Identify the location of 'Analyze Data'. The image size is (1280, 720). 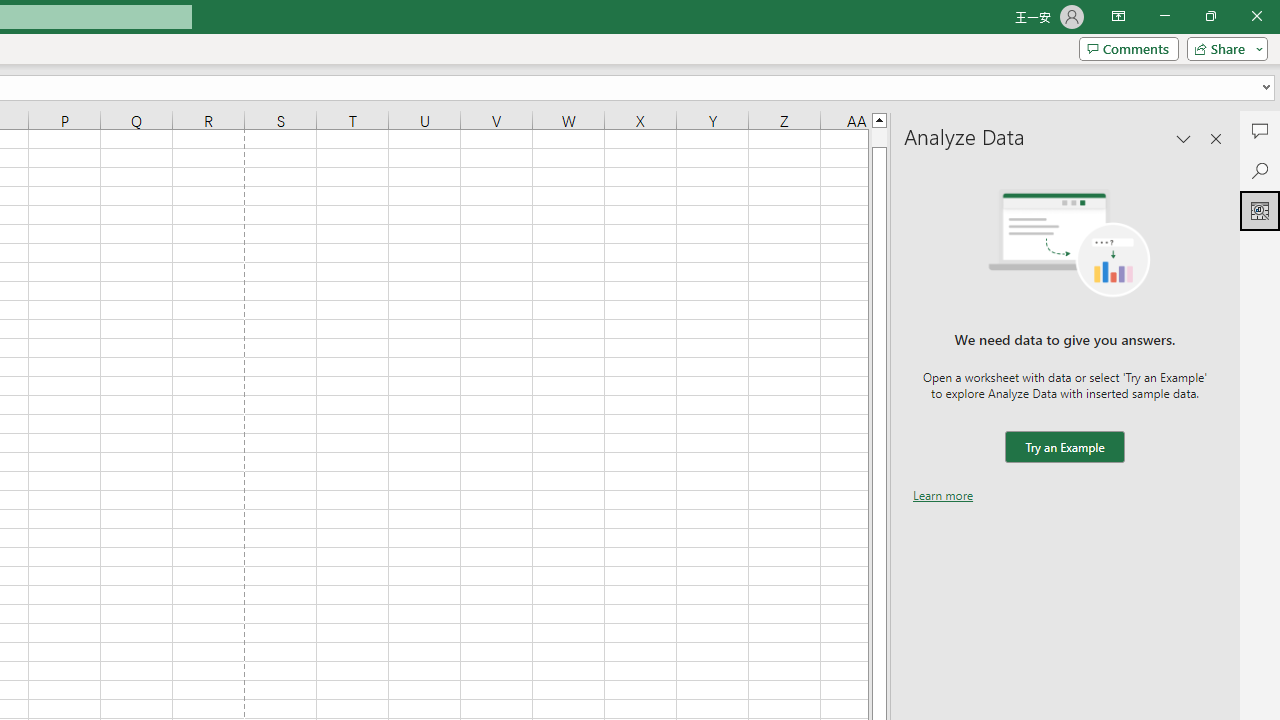
(1259, 210).